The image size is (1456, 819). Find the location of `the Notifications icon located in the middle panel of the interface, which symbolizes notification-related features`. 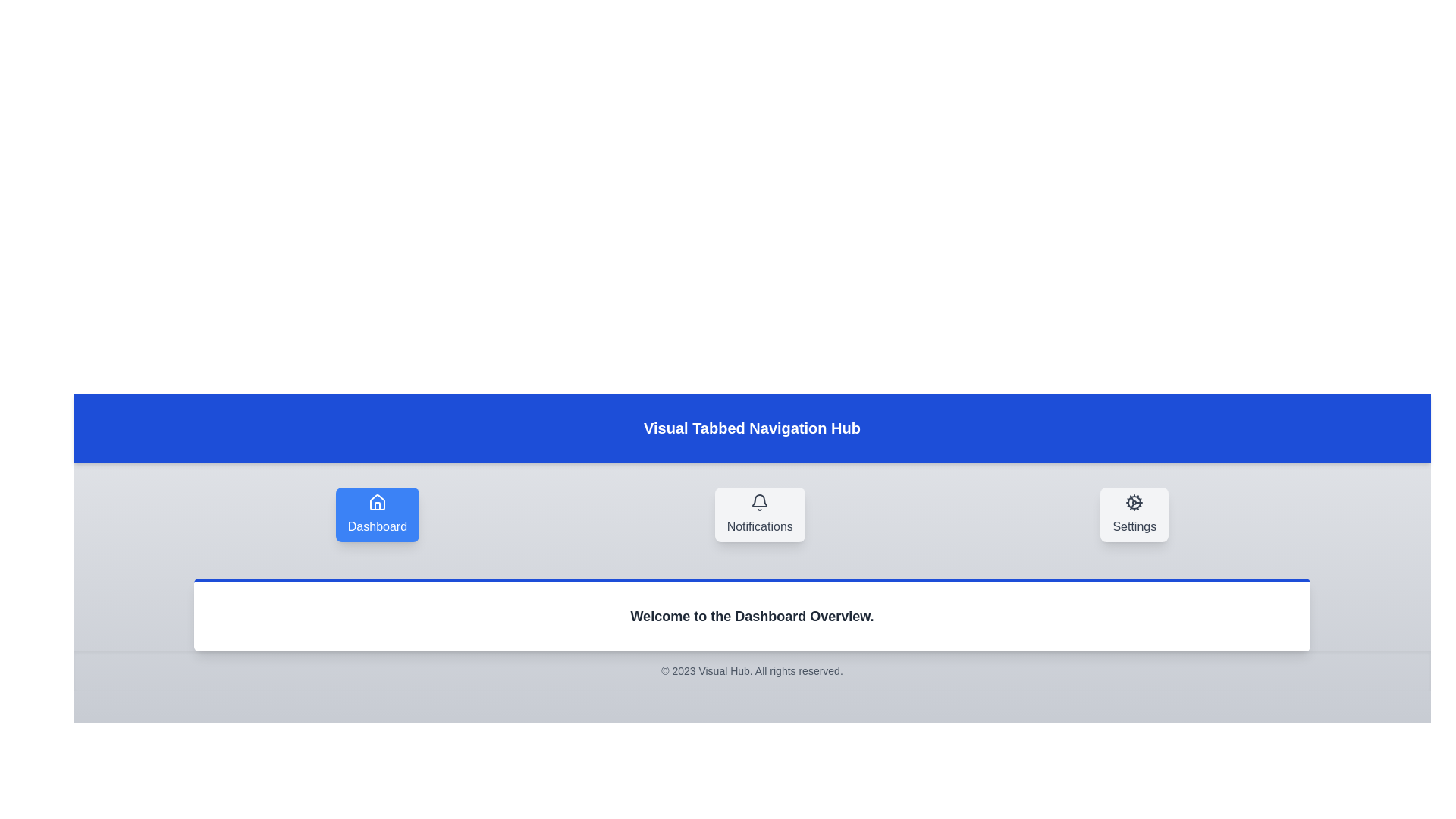

the Notifications icon located in the middle panel of the interface, which symbolizes notification-related features is located at coordinates (760, 503).